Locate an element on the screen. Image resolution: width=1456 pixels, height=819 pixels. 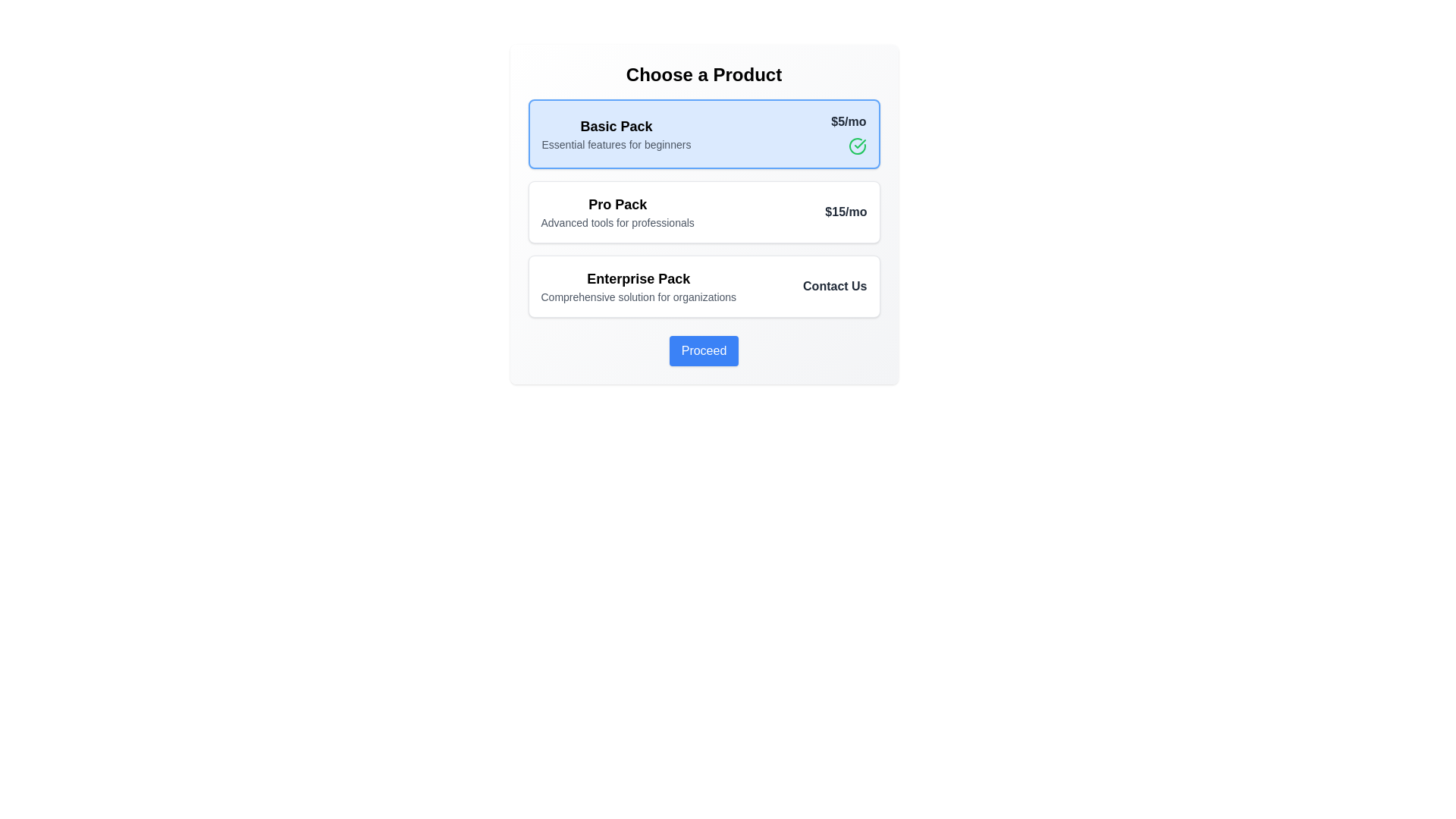
the 'Basic Pack' text block, which includes the heading 'Basic Pack' and the subheading 'Essential features for beginners' is located at coordinates (616, 133).